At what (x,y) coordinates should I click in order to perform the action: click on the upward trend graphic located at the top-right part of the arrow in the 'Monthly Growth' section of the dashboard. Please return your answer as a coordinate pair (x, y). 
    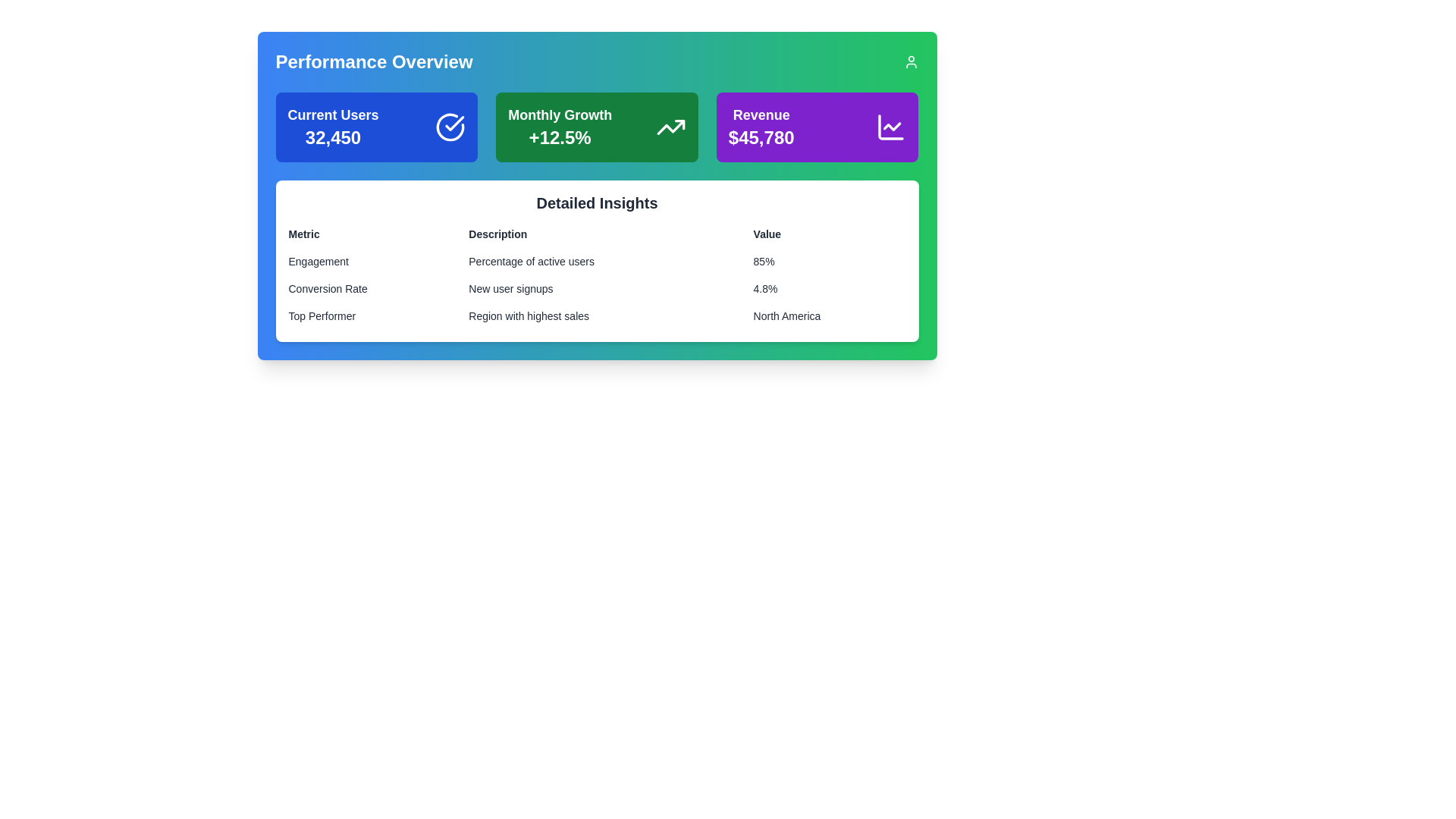
    Looking at the image, I should click on (679, 124).